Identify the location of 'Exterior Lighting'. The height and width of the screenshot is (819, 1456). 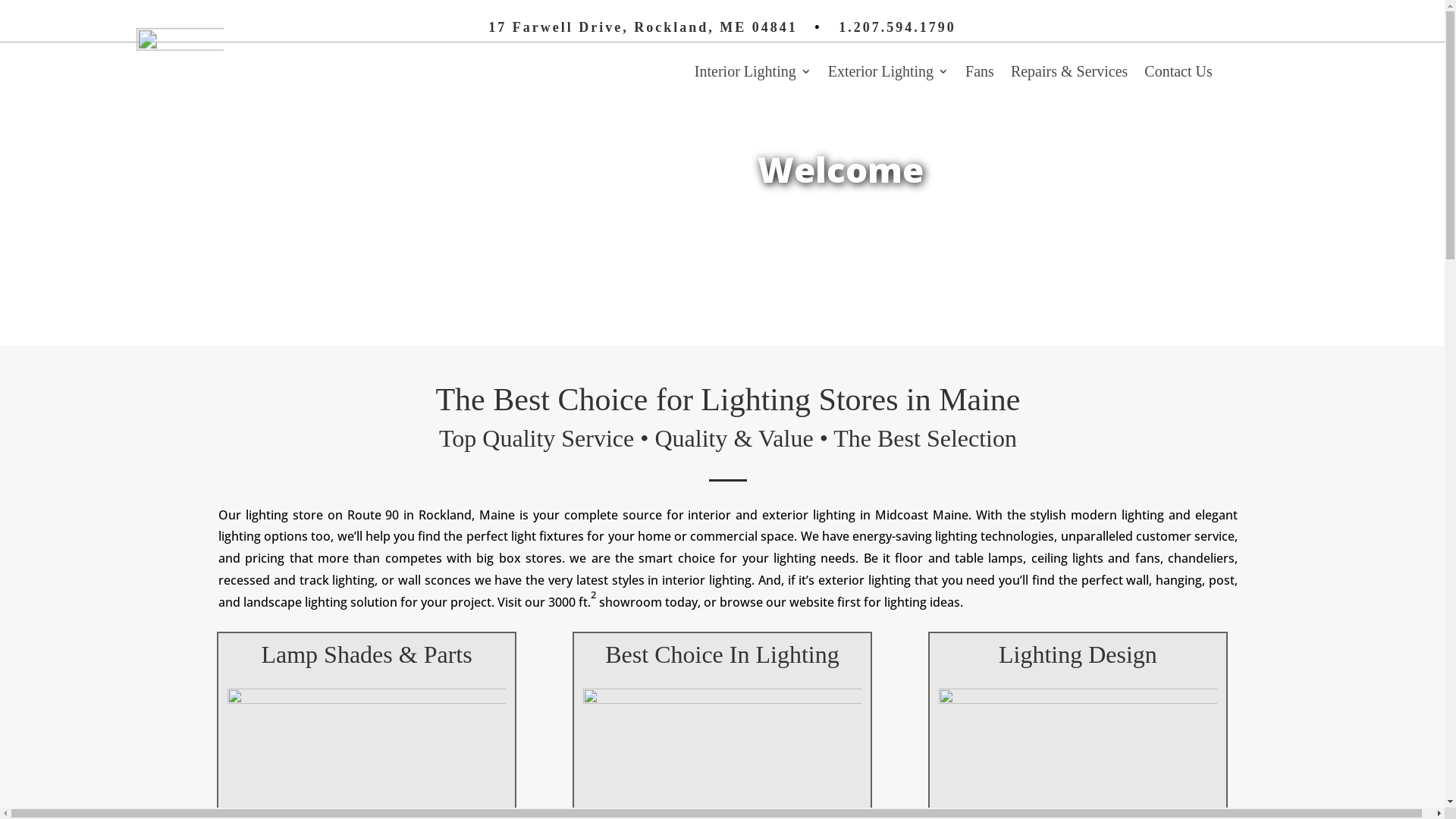
(888, 74).